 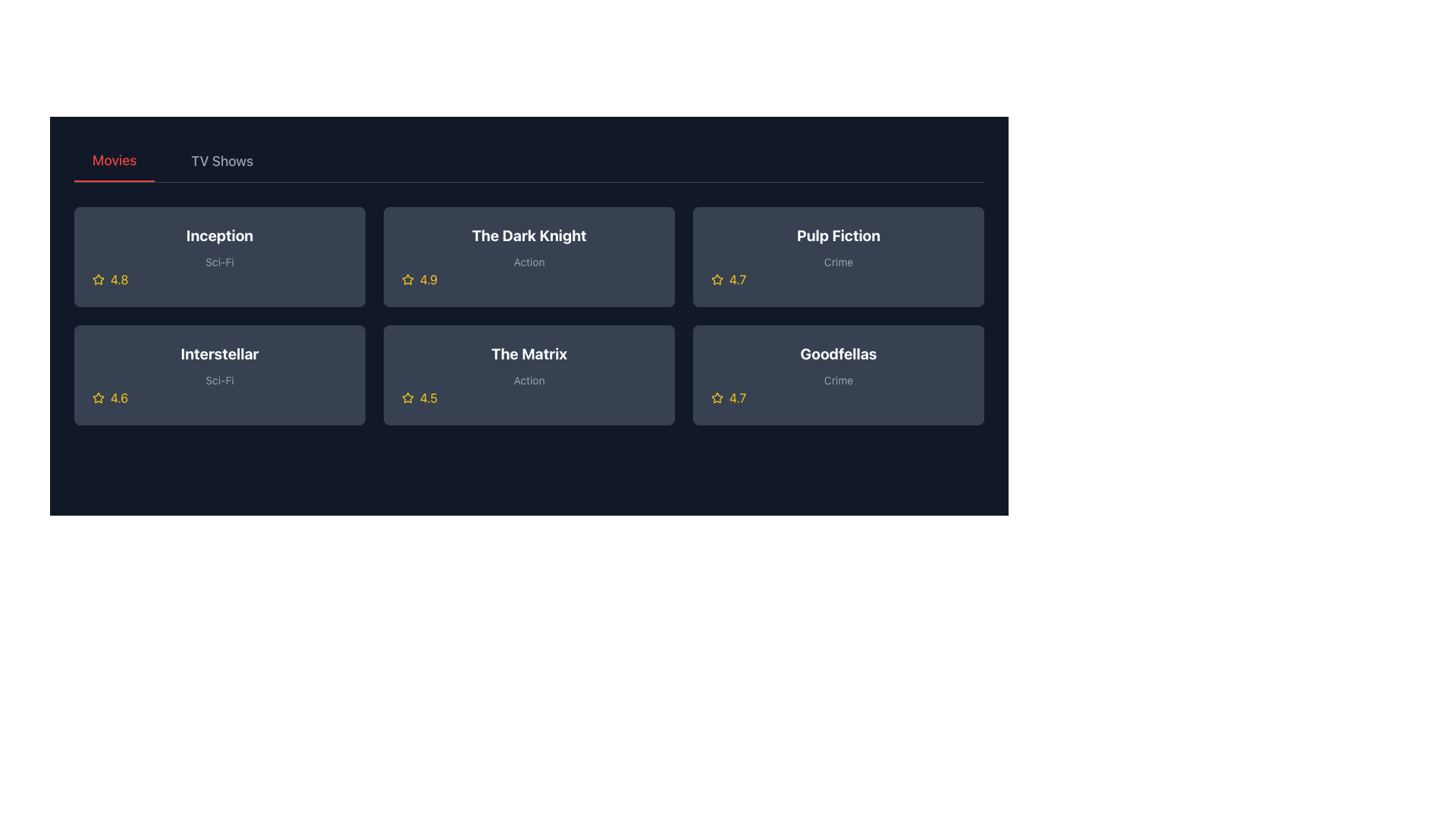 I want to click on the second button in the navigation bar, so click(x=221, y=161).